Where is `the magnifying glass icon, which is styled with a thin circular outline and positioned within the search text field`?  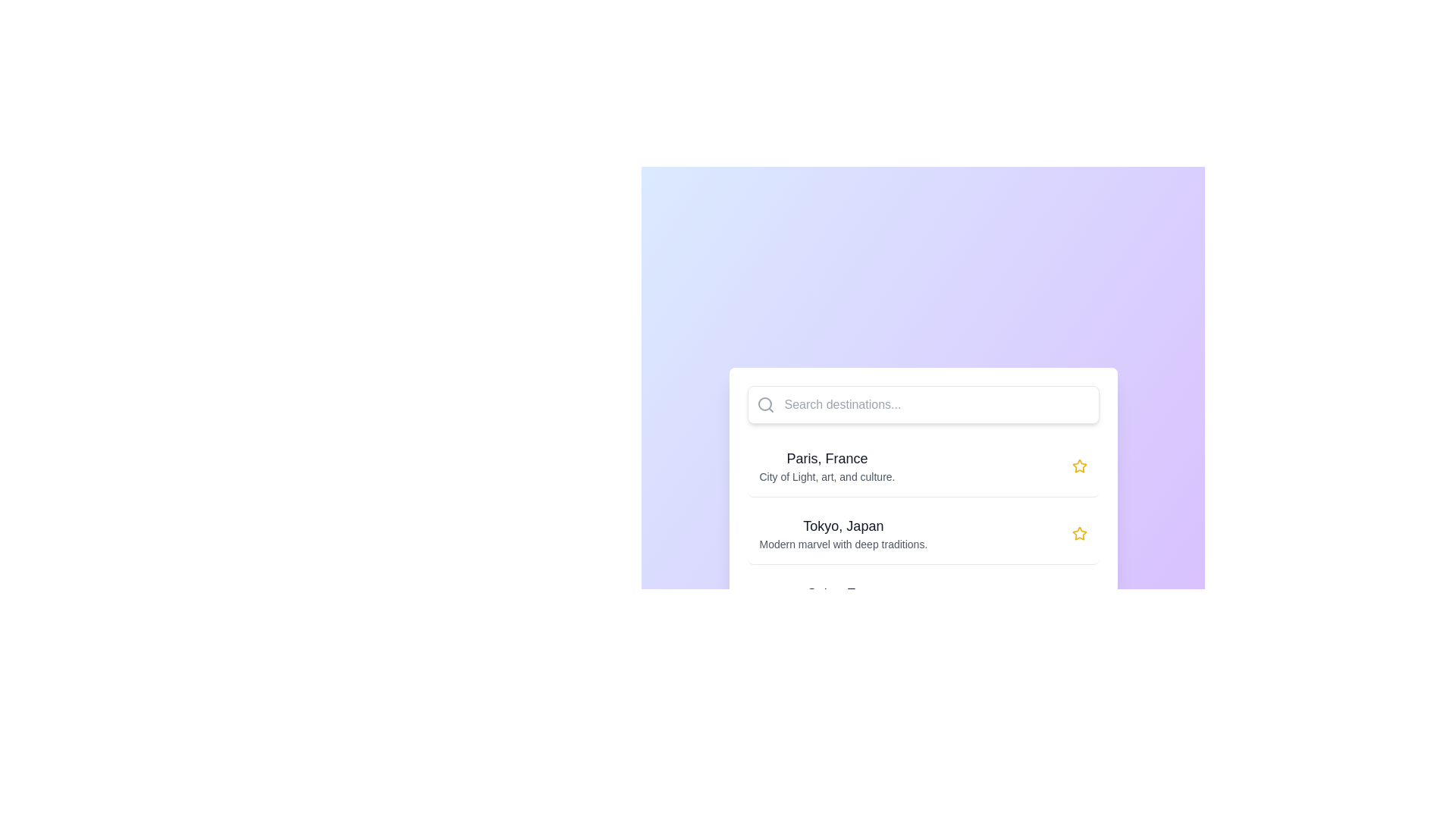
the magnifying glass icon, which is styled with a thin circular outline and positioned within the search text field is located at coordinates (765, 403).